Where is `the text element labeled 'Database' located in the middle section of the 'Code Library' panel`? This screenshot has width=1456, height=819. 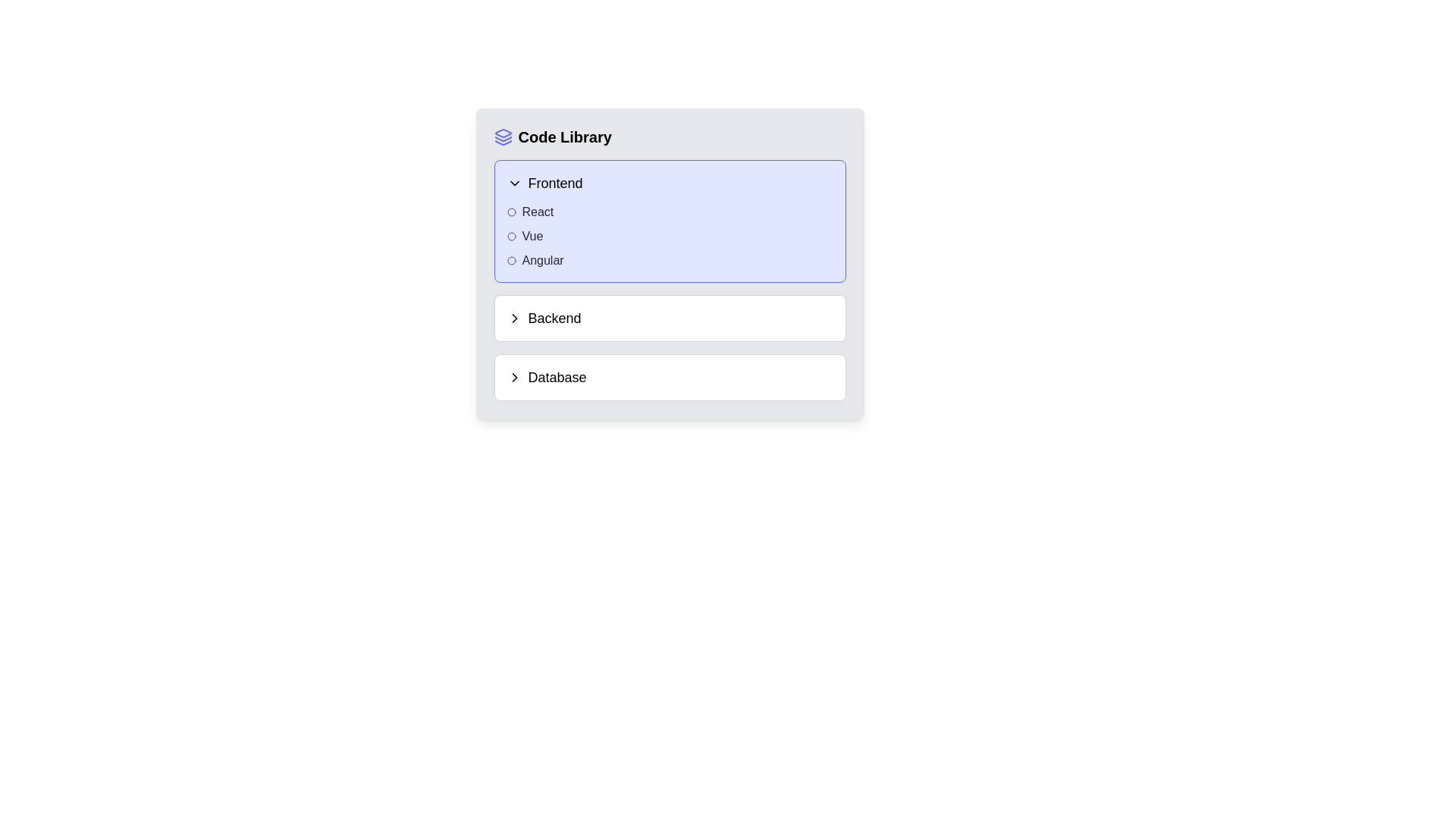
the text element labeled 'Database' located in the middle section of the 'Code Library' panel is located at coordinates (556, 376).